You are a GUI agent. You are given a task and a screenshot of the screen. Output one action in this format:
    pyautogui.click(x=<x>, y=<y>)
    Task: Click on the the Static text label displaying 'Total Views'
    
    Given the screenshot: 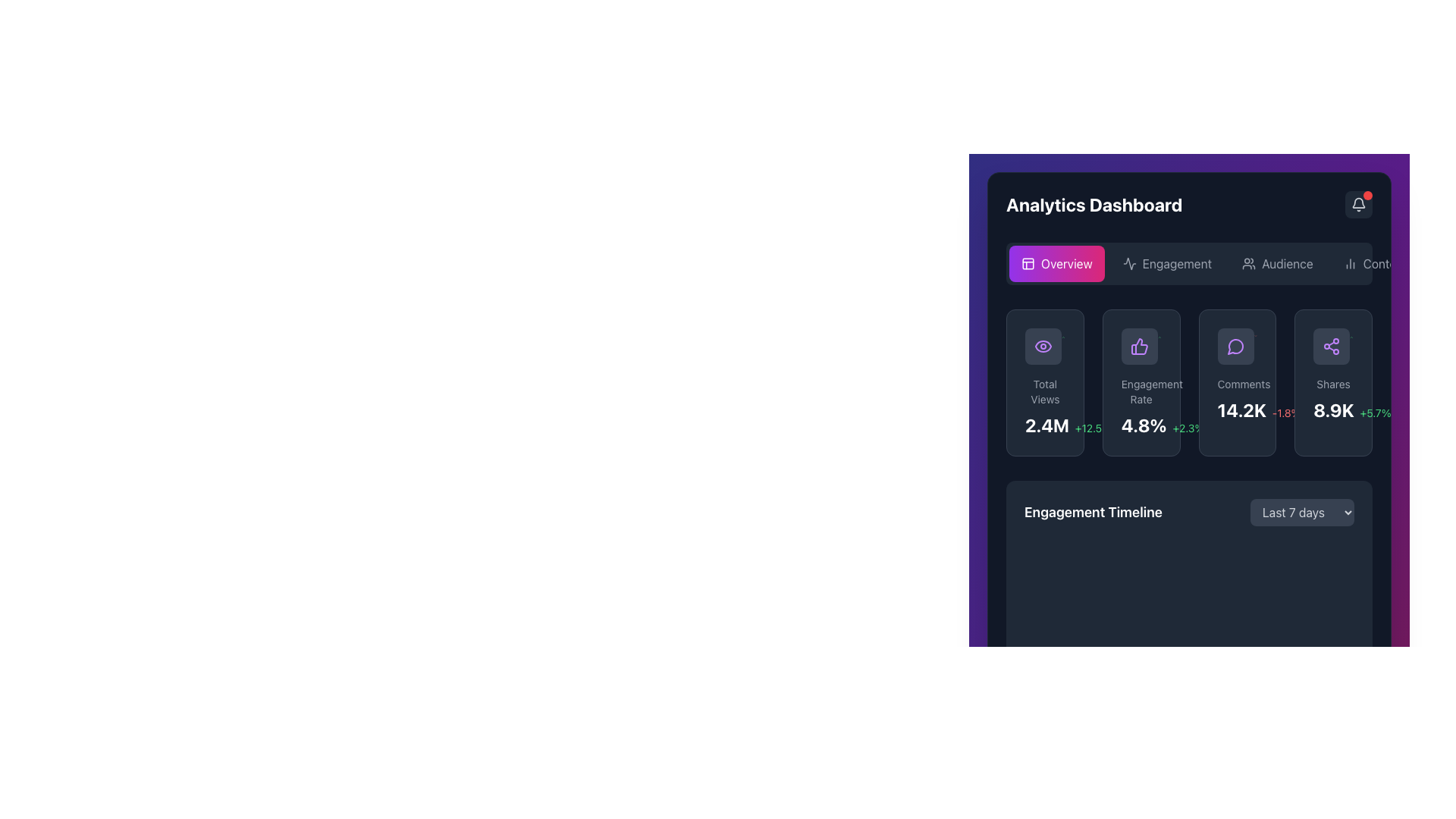 What is the action you would take?
    pyautogui.click(x=1044, y=391)
    